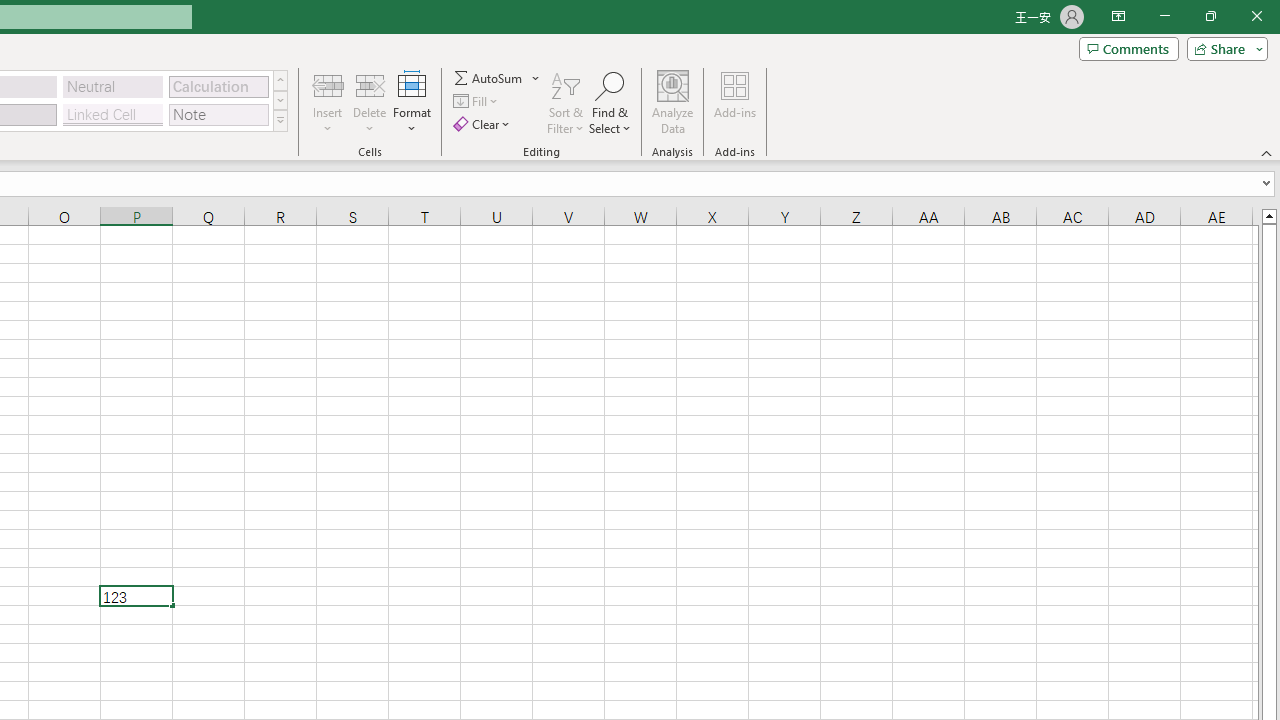 This screenshot has height=720, width=1280. I want to click on 'Neutral', so click(112, 85).